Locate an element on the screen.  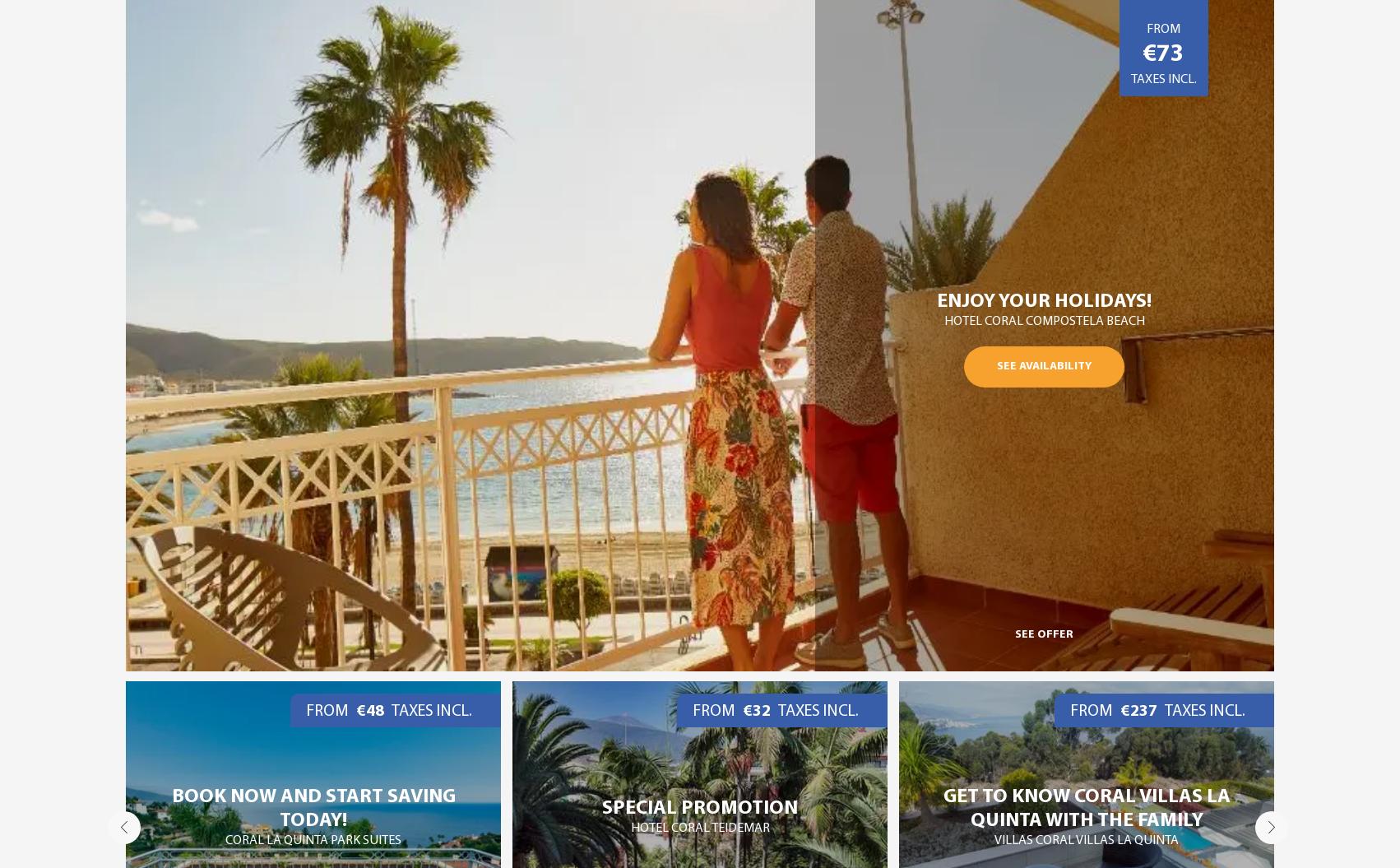
'The best prices on the official website only' is located at coordinates (1085, 808).